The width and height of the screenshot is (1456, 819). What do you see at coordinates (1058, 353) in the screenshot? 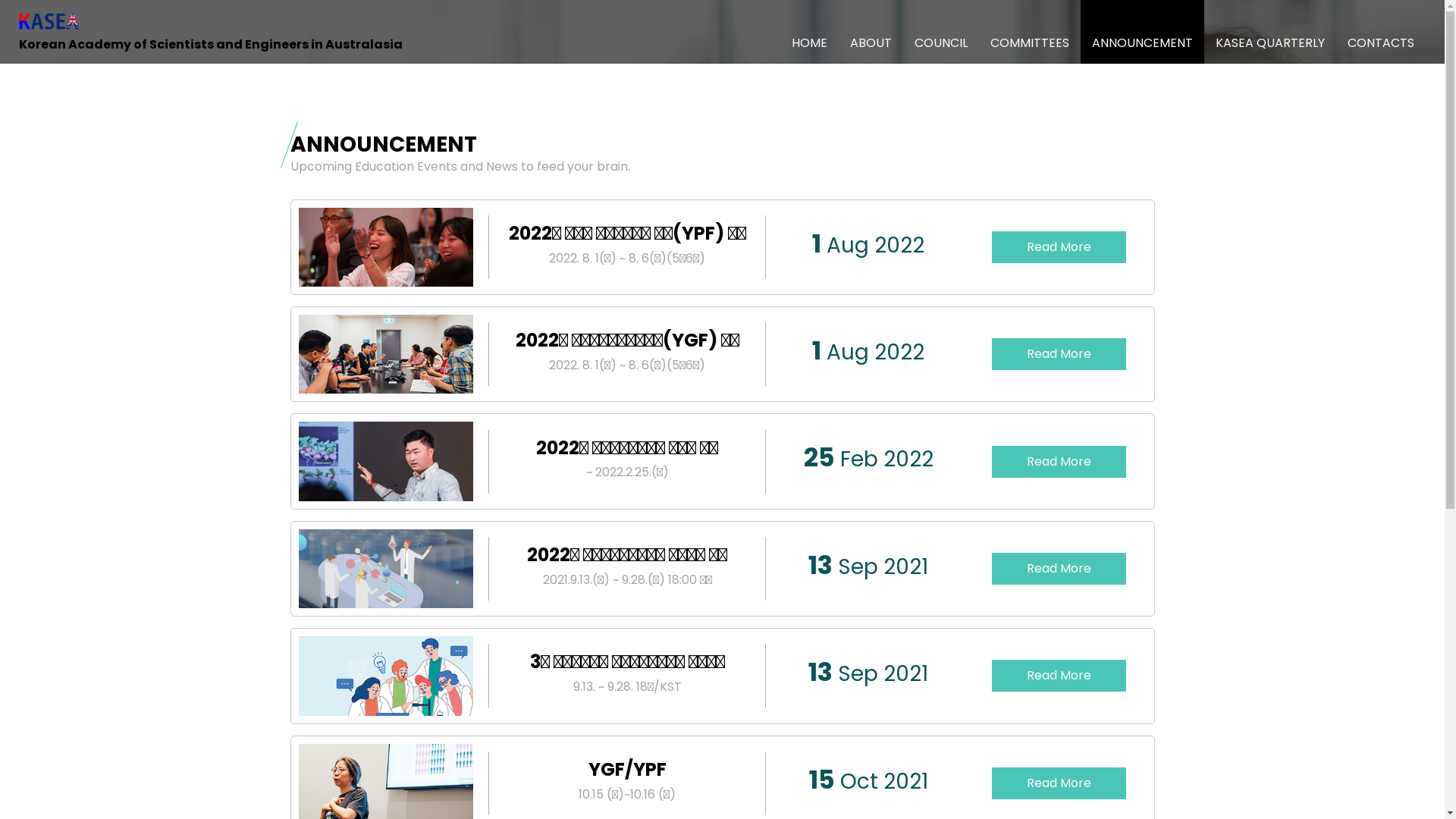
I see `'Read More'` at bounding box center [1058, 353].